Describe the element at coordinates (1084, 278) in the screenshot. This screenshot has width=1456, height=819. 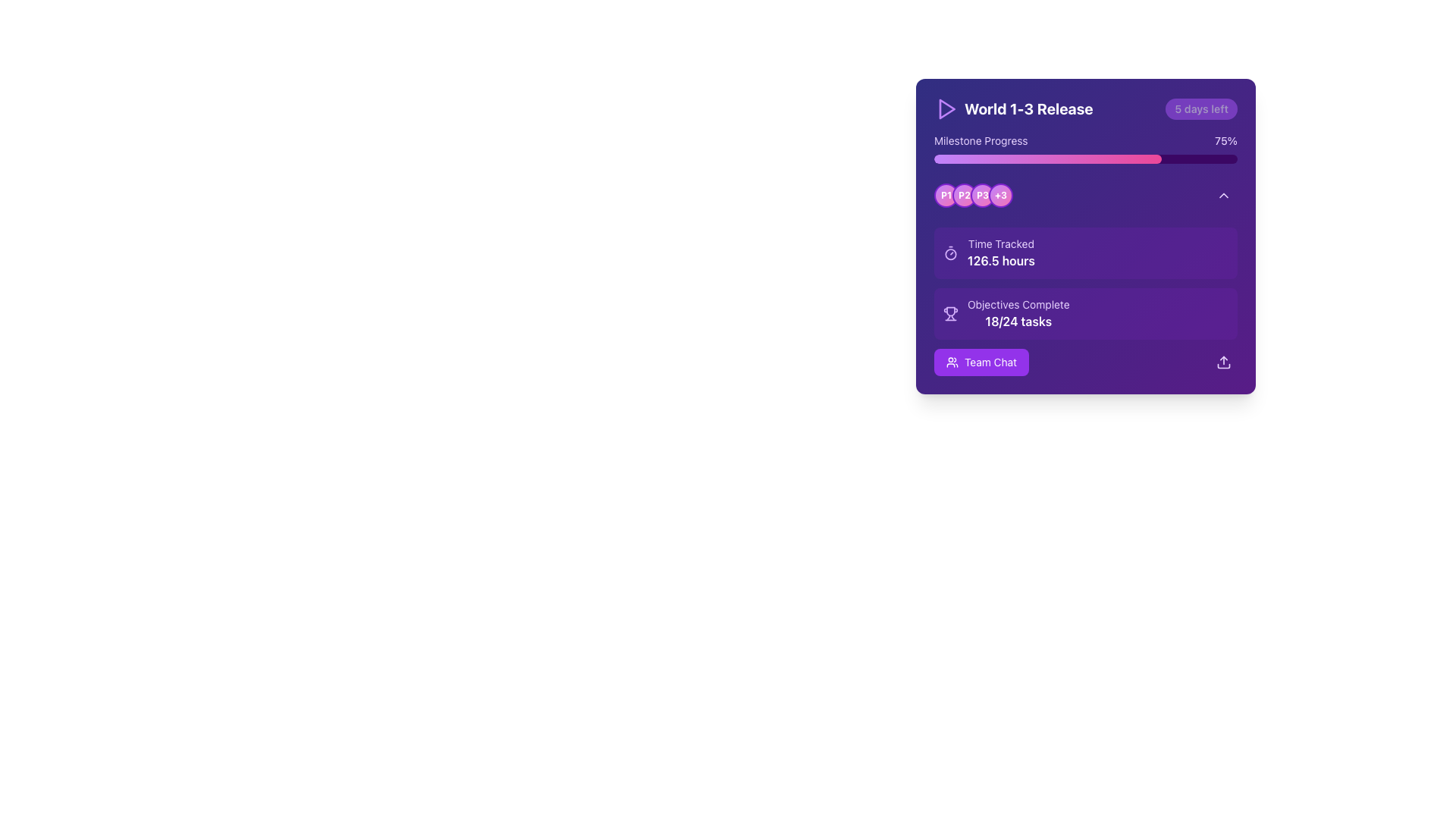
I see `text within the Informational card section titled 'World 1-3 Release', which displays project statistics such as 'Time Tracked' and 'Objectives Complete'` at that location.